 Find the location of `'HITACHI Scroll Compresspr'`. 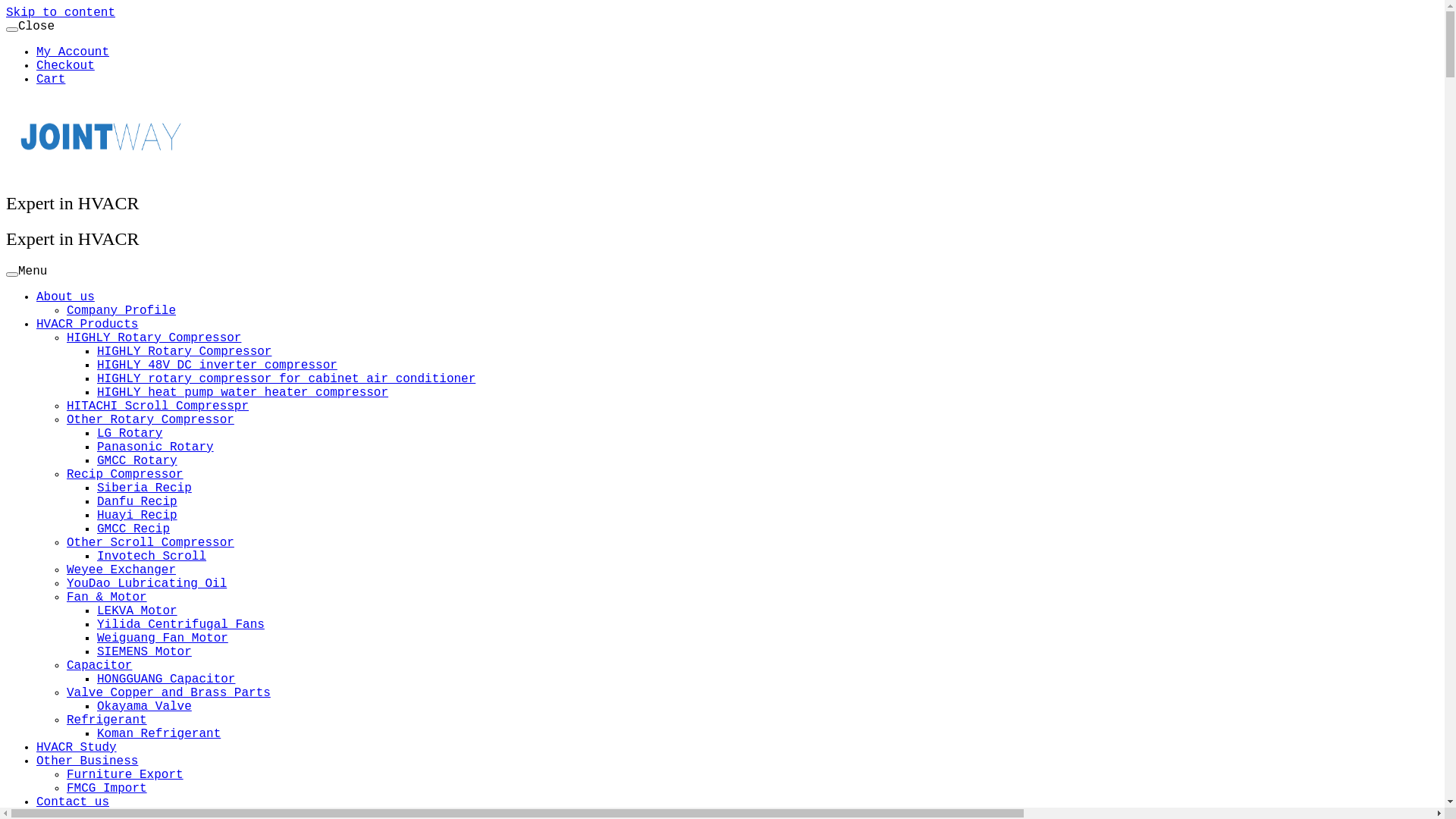

'HITACHI Scroll Compresspr' is located at coordinates (157, 406).